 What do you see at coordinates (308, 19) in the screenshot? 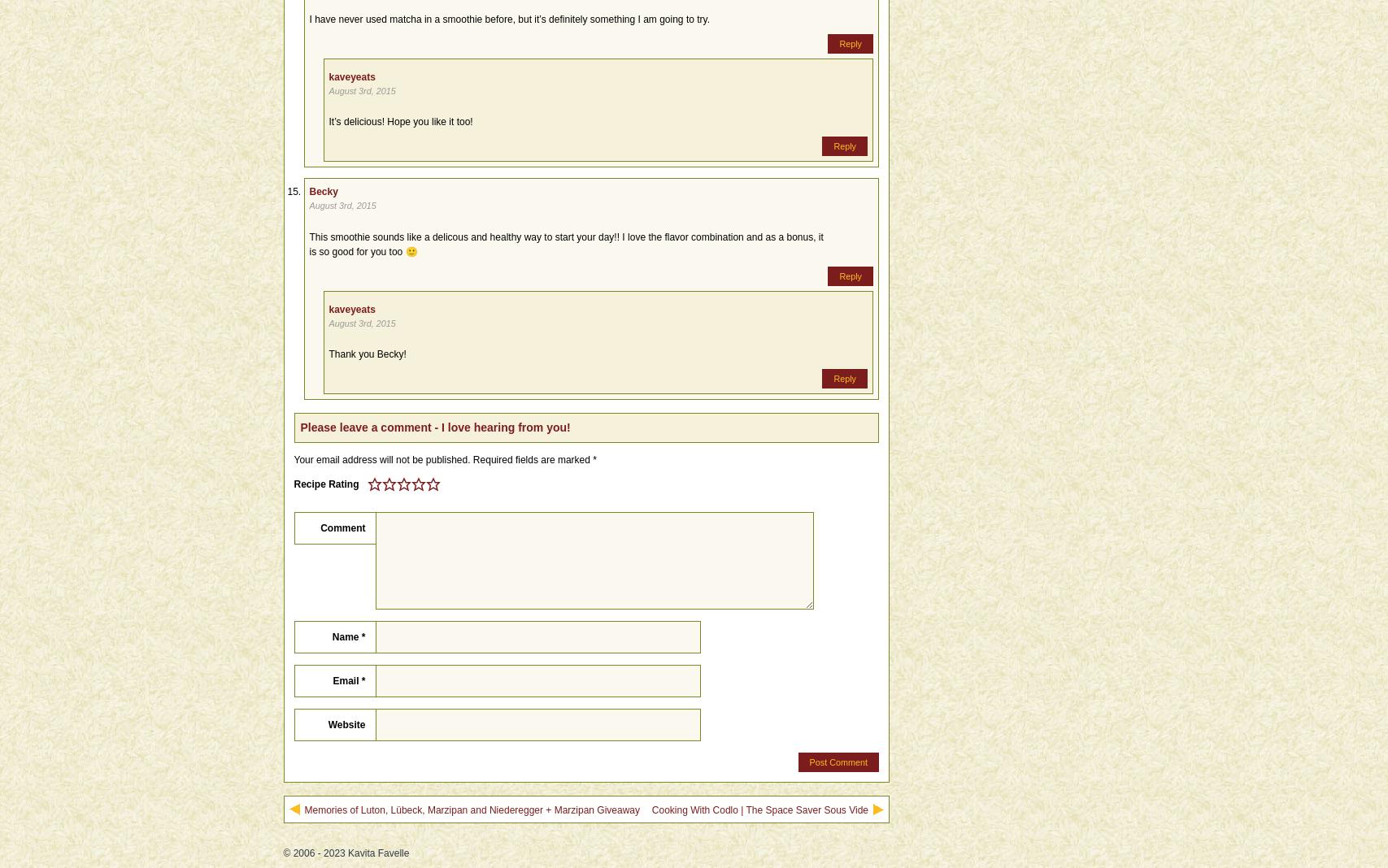
I see `'I have never used matcha in a smoothie before, but it’s definitely something I am going to try.'` at bounding box center [308, 19].